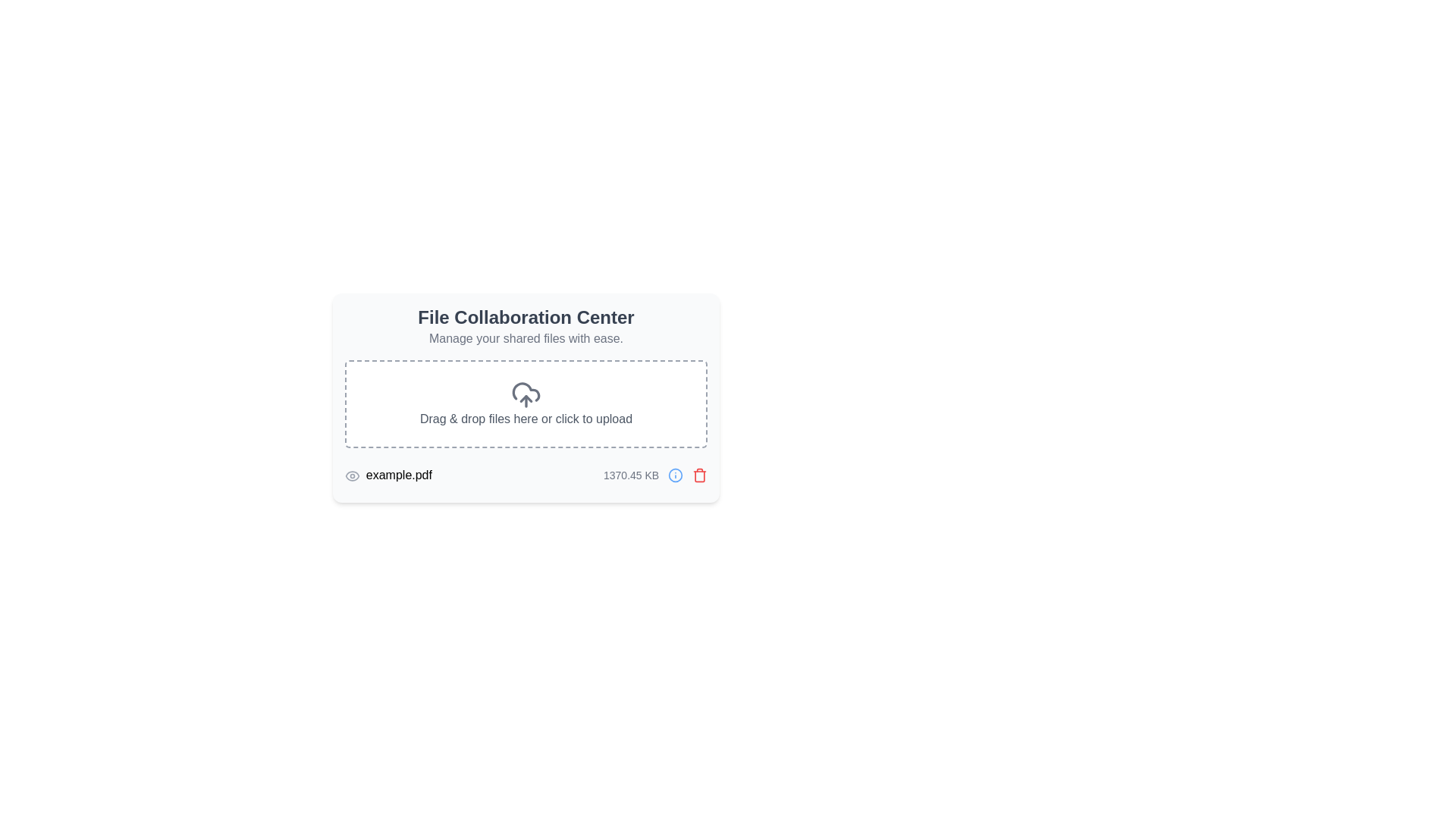  What do you see at coordinates (675, 475) in the screenshot?
I see `the circular blue info icon featuring an 'i' symbol, located between the text '1370.45 KB' and a trash can icon` at bounding box center [675, 475].